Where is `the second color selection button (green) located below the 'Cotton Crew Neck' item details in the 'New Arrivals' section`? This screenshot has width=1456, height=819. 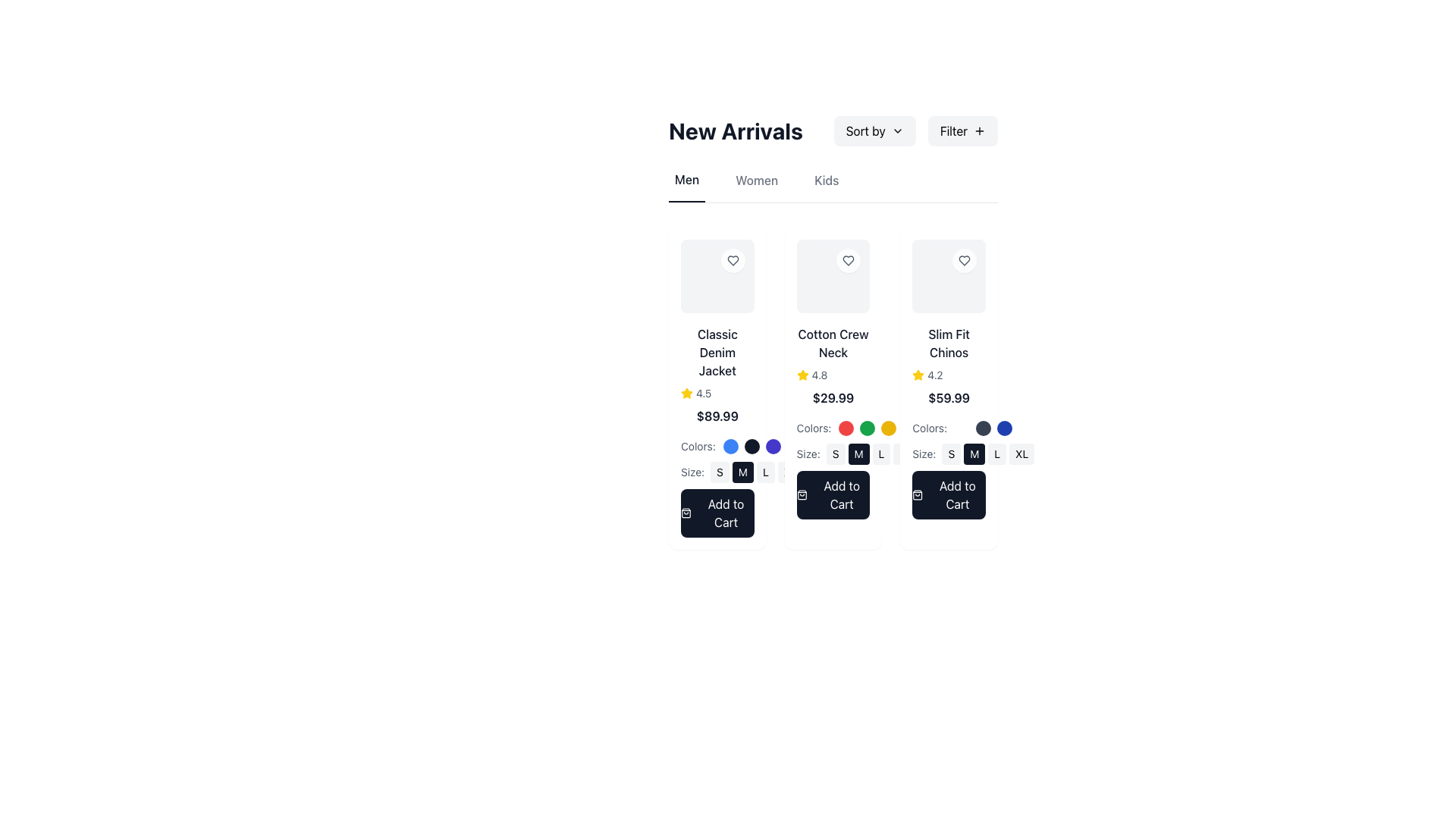 the second color selection button (green) located below the 'Cotton Crew Neck' item details in the 'New Arrivals' section is located at coordinates (868, 428).